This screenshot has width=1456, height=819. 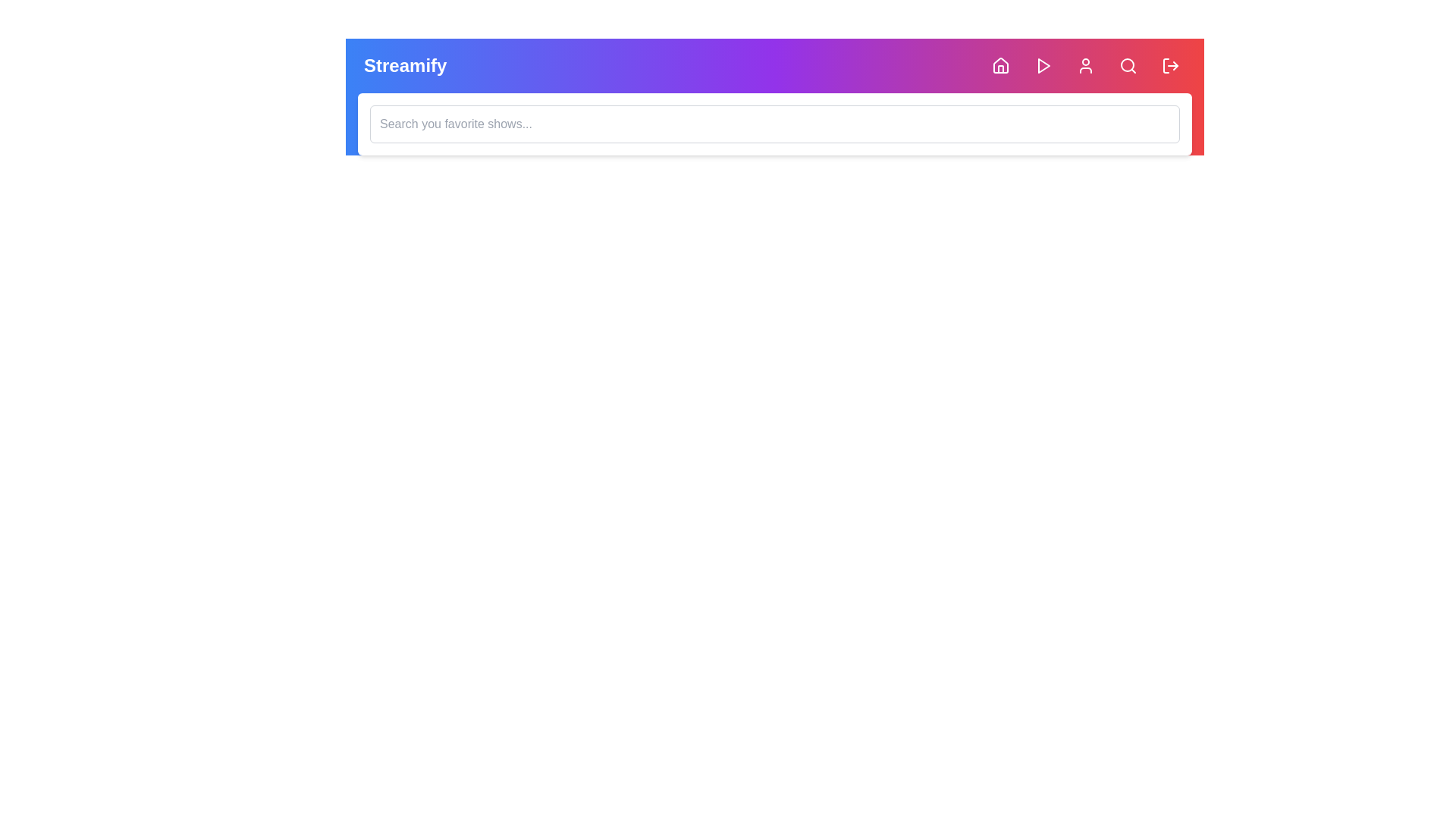 I want to click on the Search button to toggle the visibility of the search bar, so click(x=1128, y=65).